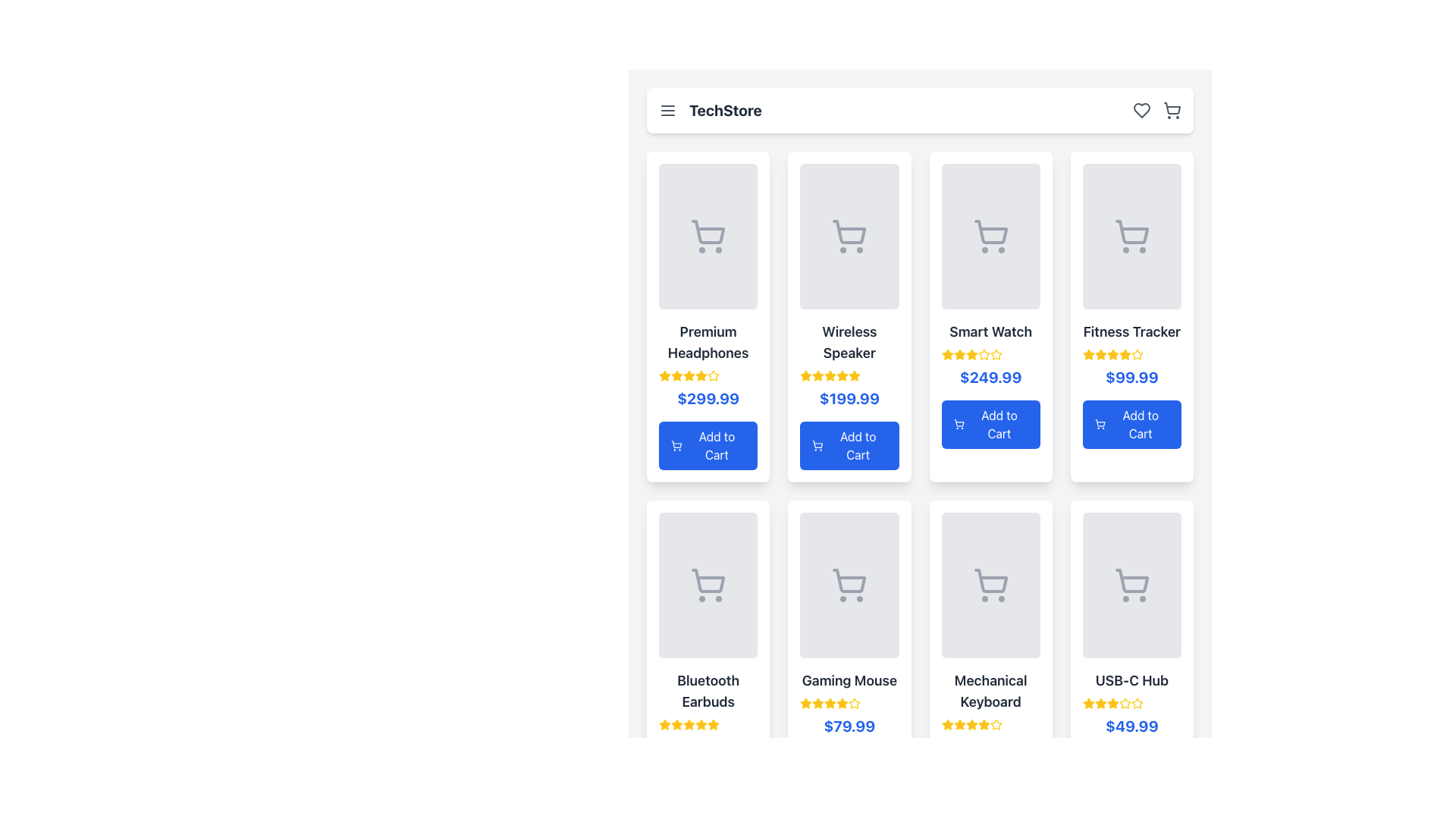 This screenshot has height=819, width=1456. Describe the element at coordinates (971, 724) in the screenshot. I see `the fourth star icon` at that location.